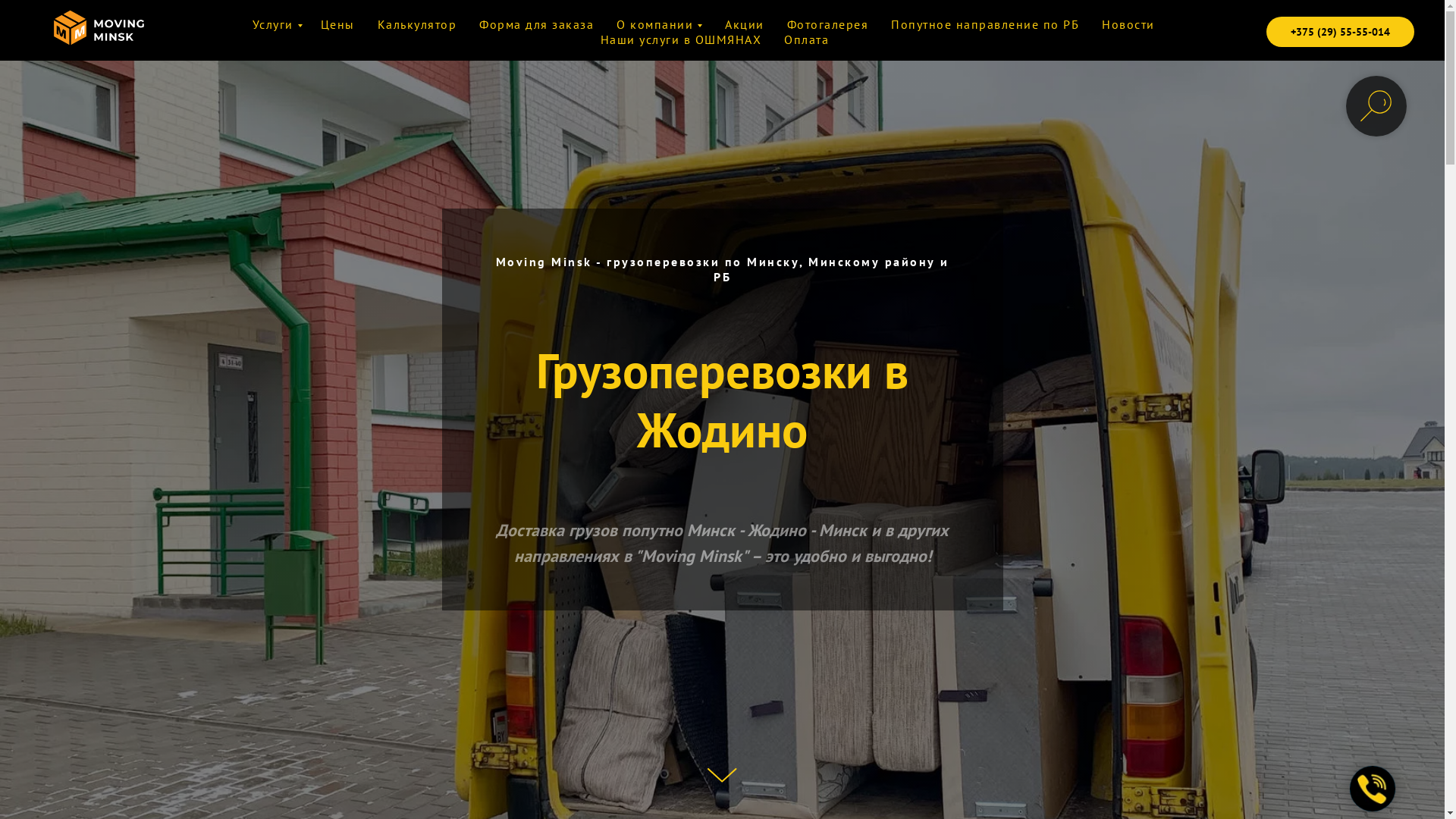 The height and width of the screenshot is (819, 1456). What do you see at coordinates (1340, 32) in the screenshot?
I see `'+375 (29) 55-55-014'` at bounding box center [1340, 32].